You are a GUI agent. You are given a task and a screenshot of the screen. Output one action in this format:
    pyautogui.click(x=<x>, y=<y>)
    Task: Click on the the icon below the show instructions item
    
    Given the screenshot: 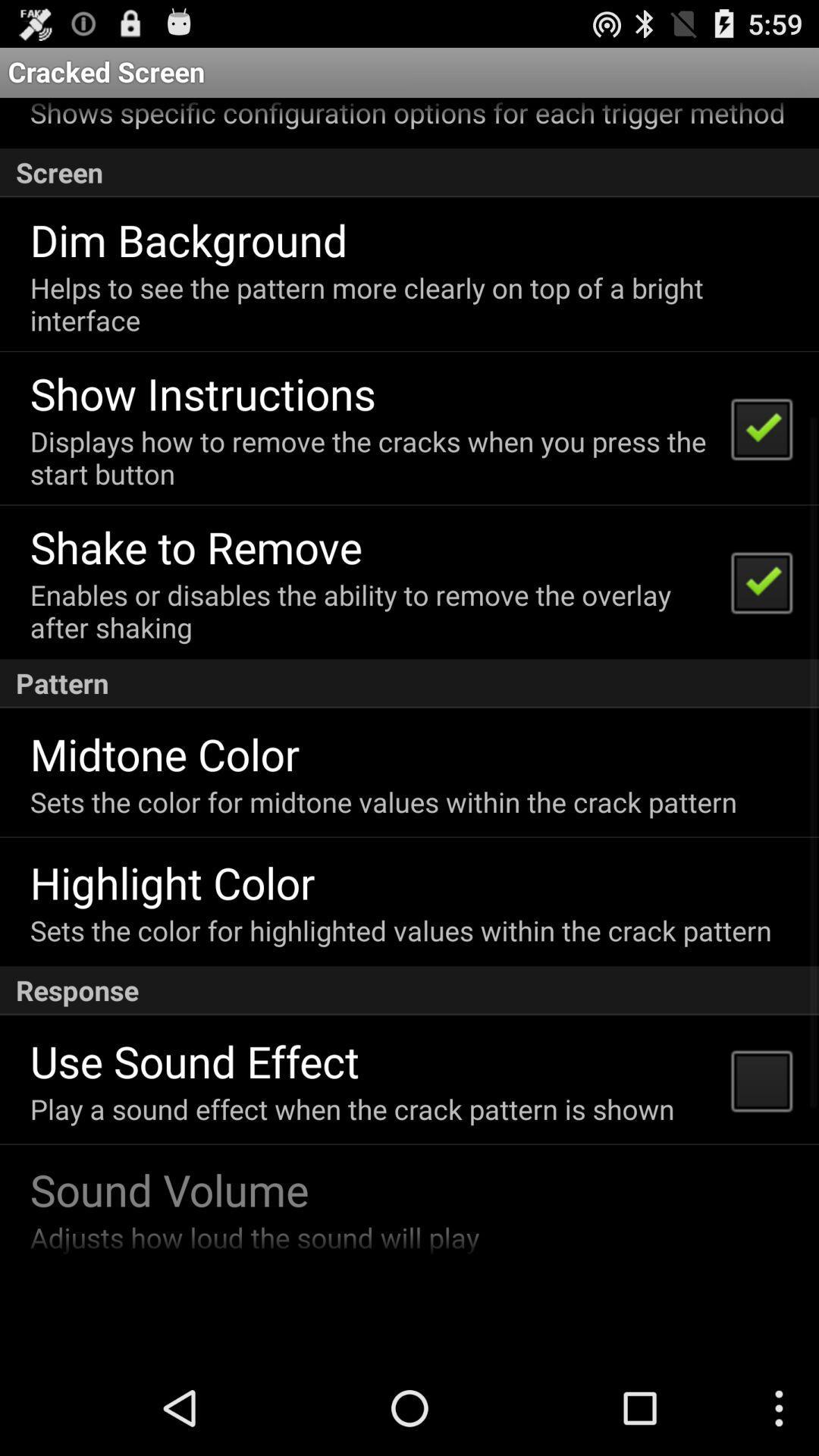 What is the action you would take?
    pyautogui.click(x=371, y=457)
    